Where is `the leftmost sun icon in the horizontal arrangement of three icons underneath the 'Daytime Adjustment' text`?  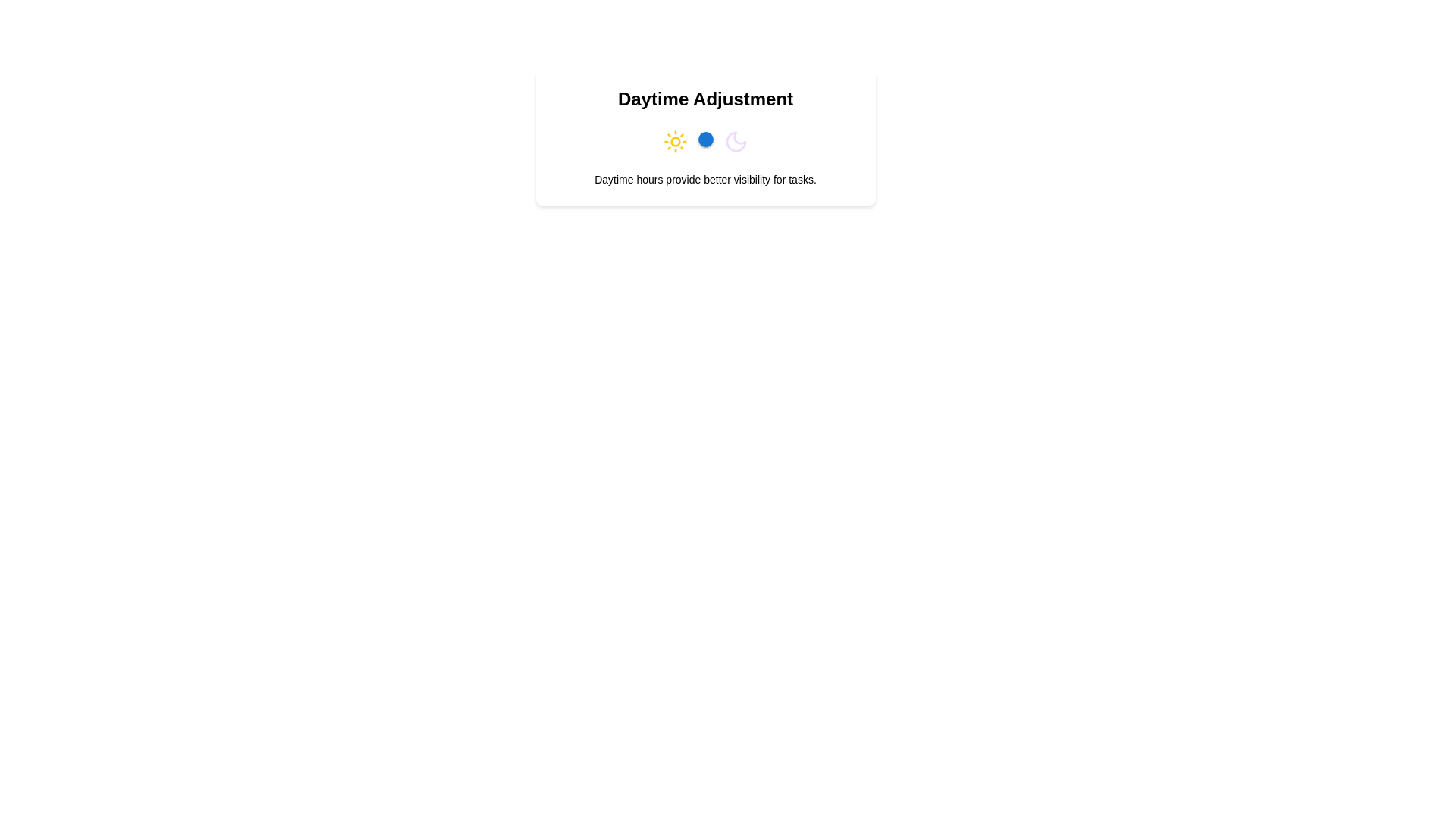
the leftmost sun icon in the horizontal arrangement of three icons underneath the 'Daytime Adjustment' text is located at coordinates (674, 141).